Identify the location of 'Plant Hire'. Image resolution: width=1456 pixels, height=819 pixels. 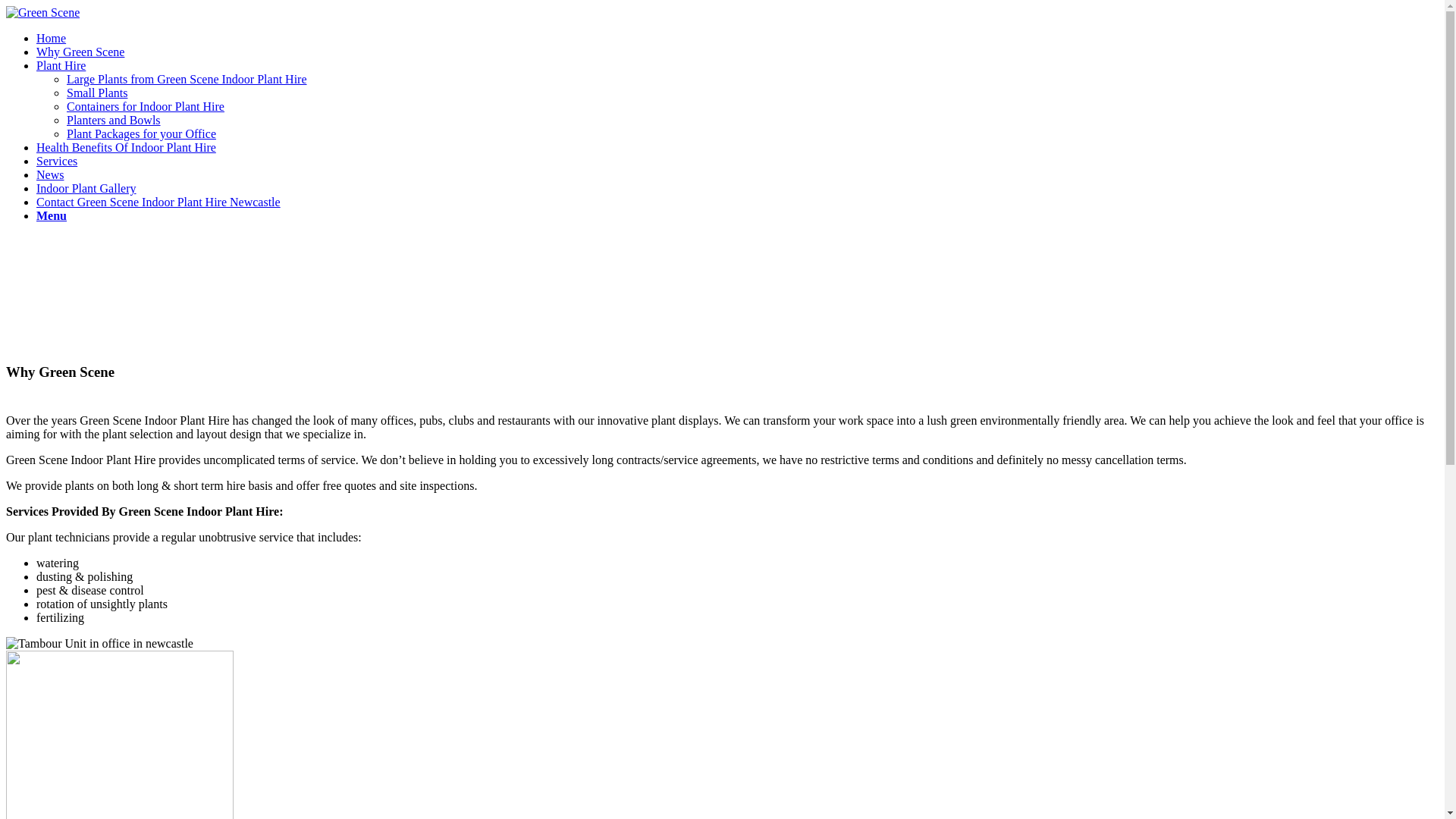
(61, 64).